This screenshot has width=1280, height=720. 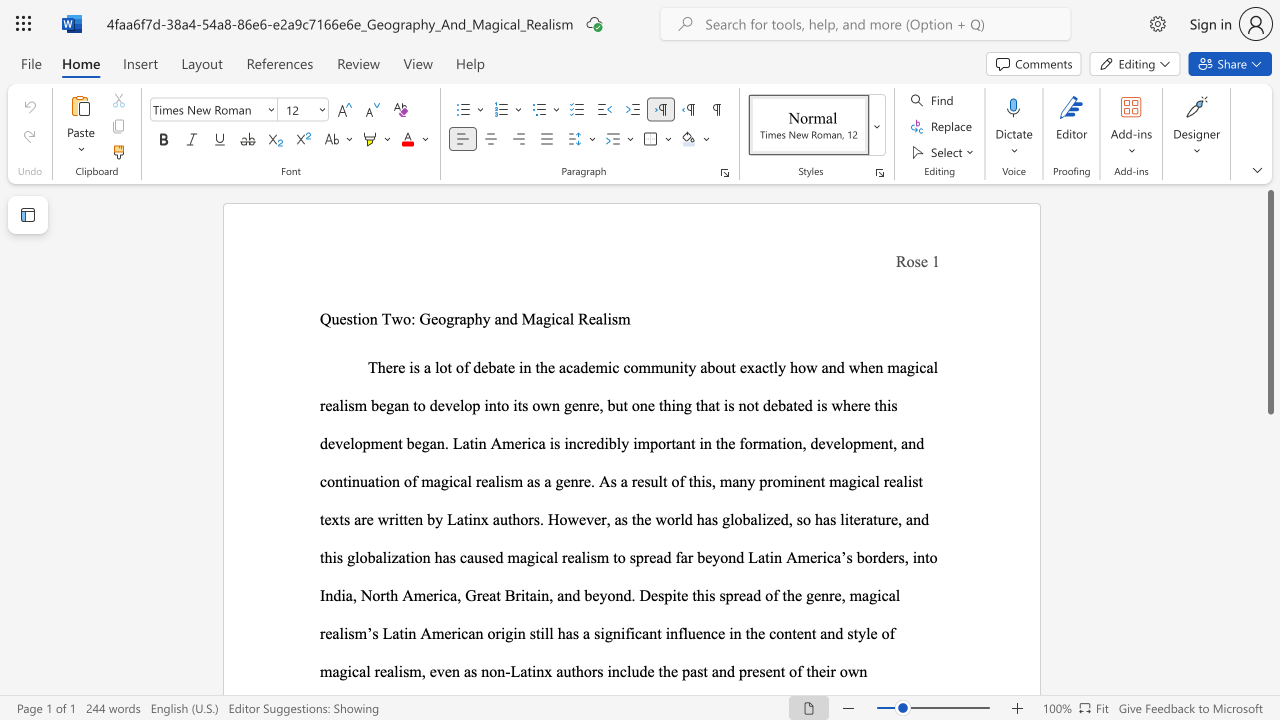 I want to click on the 2th character "d" in the text, so click(x=739, y=557).